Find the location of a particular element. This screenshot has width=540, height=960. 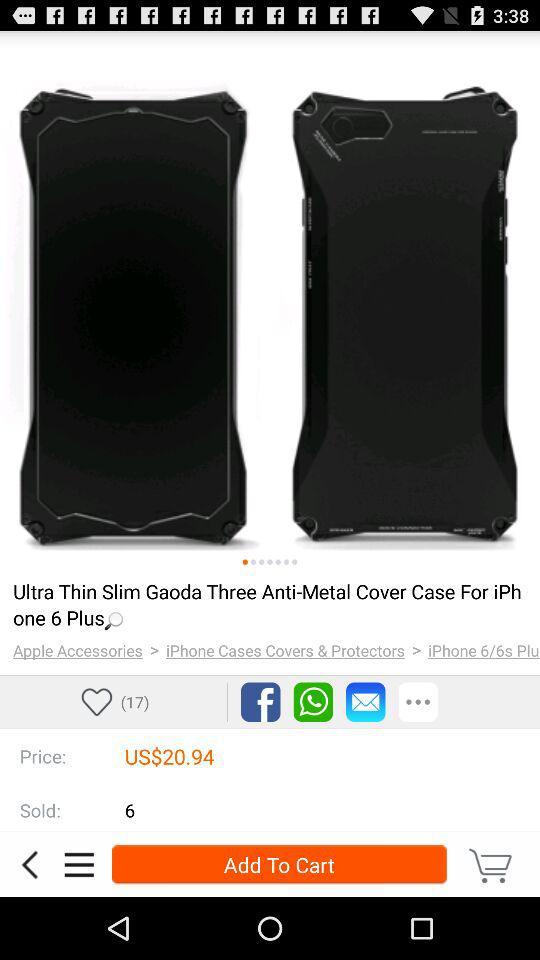

facebook is located at coordinates (260, 702).